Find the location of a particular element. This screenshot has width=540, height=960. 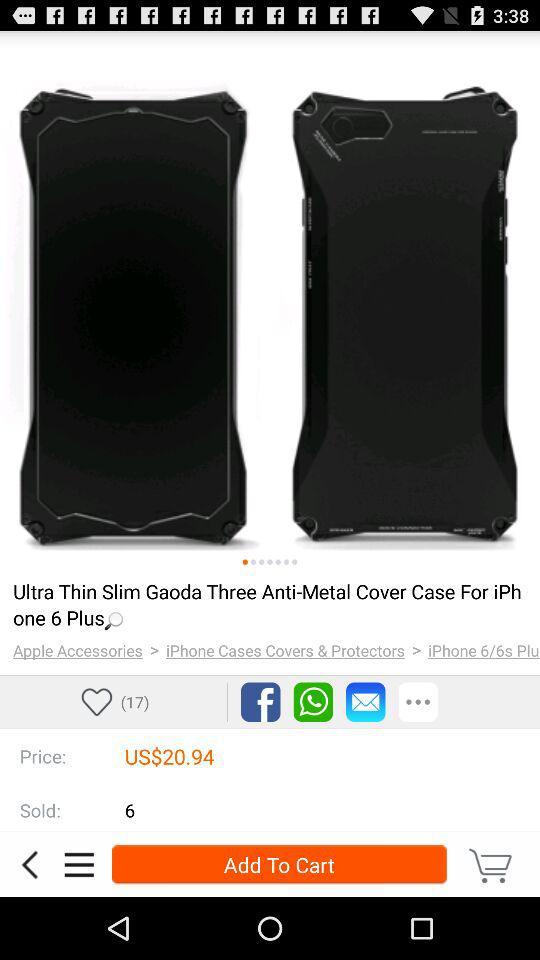

facebook is located at coordinates (260, 702).